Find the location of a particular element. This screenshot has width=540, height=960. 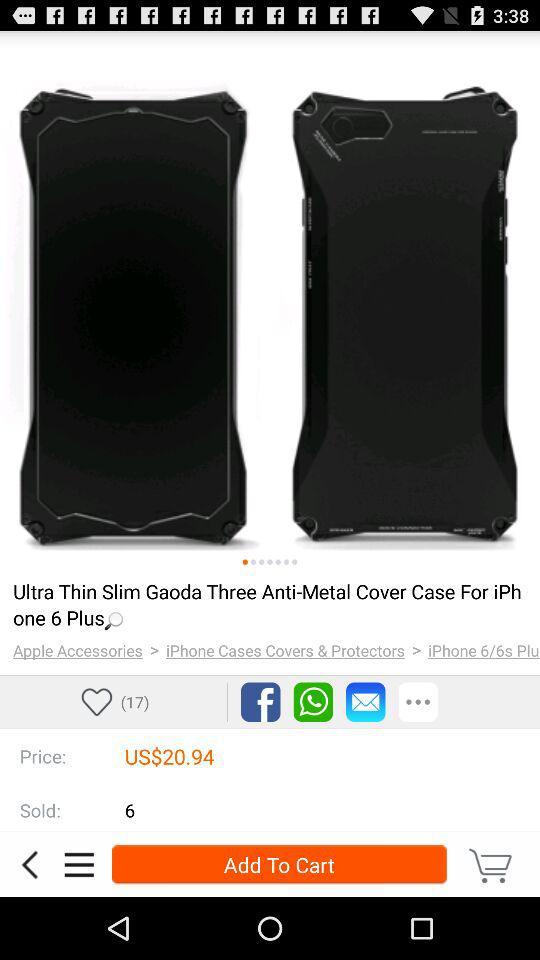

facebook is located at coordinates (260, 702).